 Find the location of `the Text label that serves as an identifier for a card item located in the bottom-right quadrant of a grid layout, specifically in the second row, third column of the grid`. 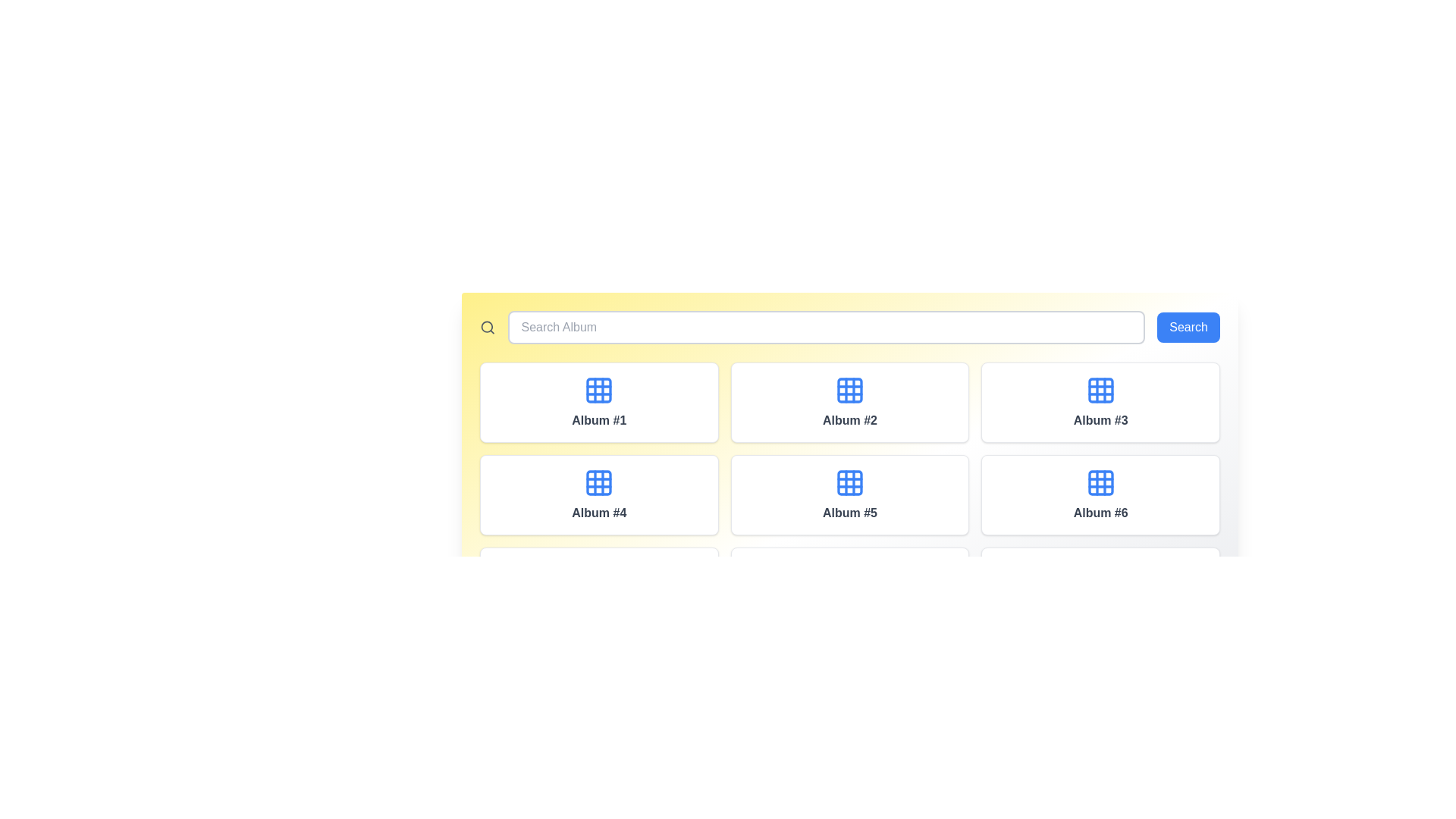

the Text label that serves as an identifier for a card item located in the bottom-right quadrant of a grid layout, specifically in the second row, third column of the grid is located at coordinates (849, 513).